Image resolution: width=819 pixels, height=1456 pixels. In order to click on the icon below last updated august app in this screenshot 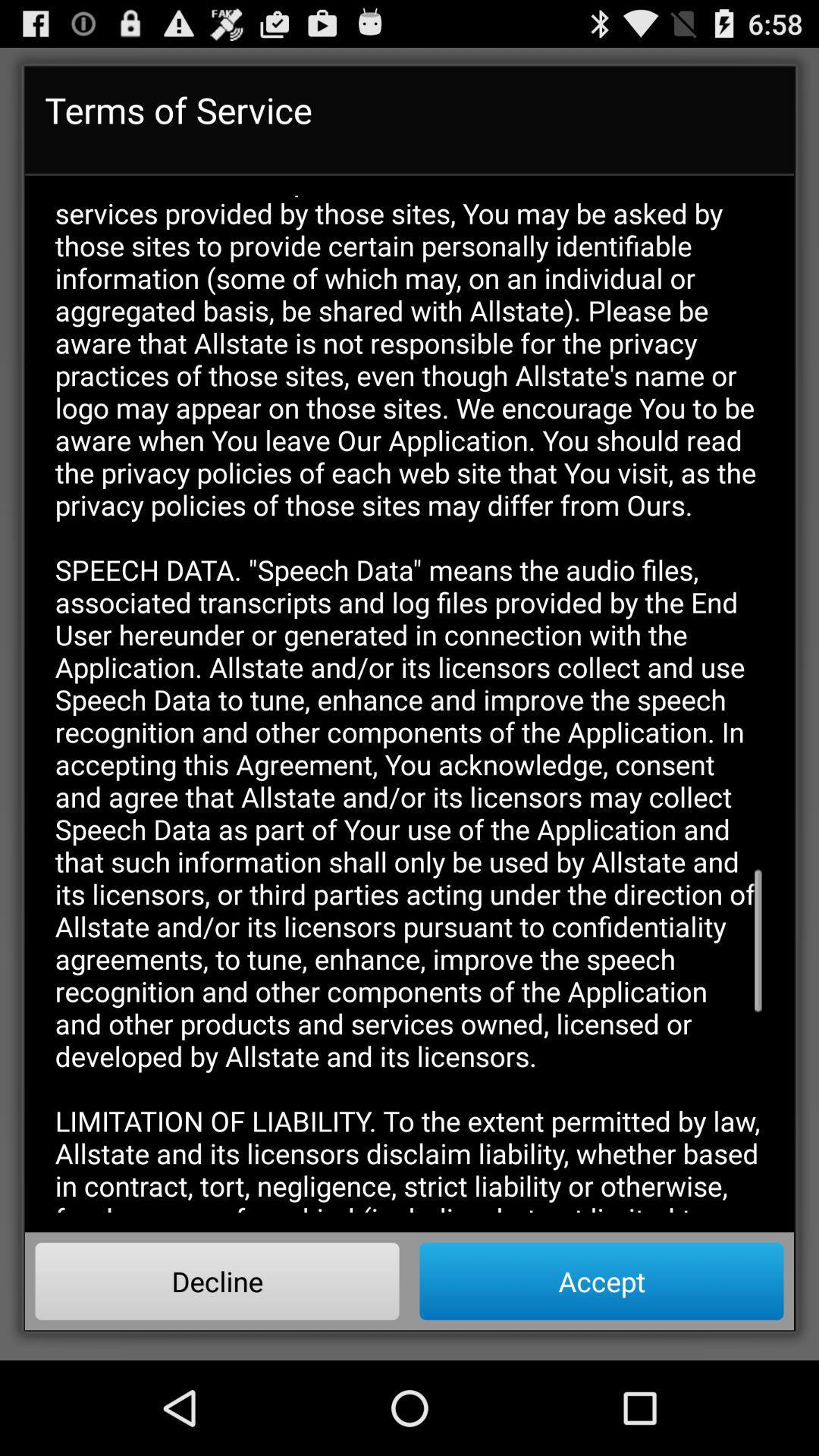, I will do `click(601, 1280)`.